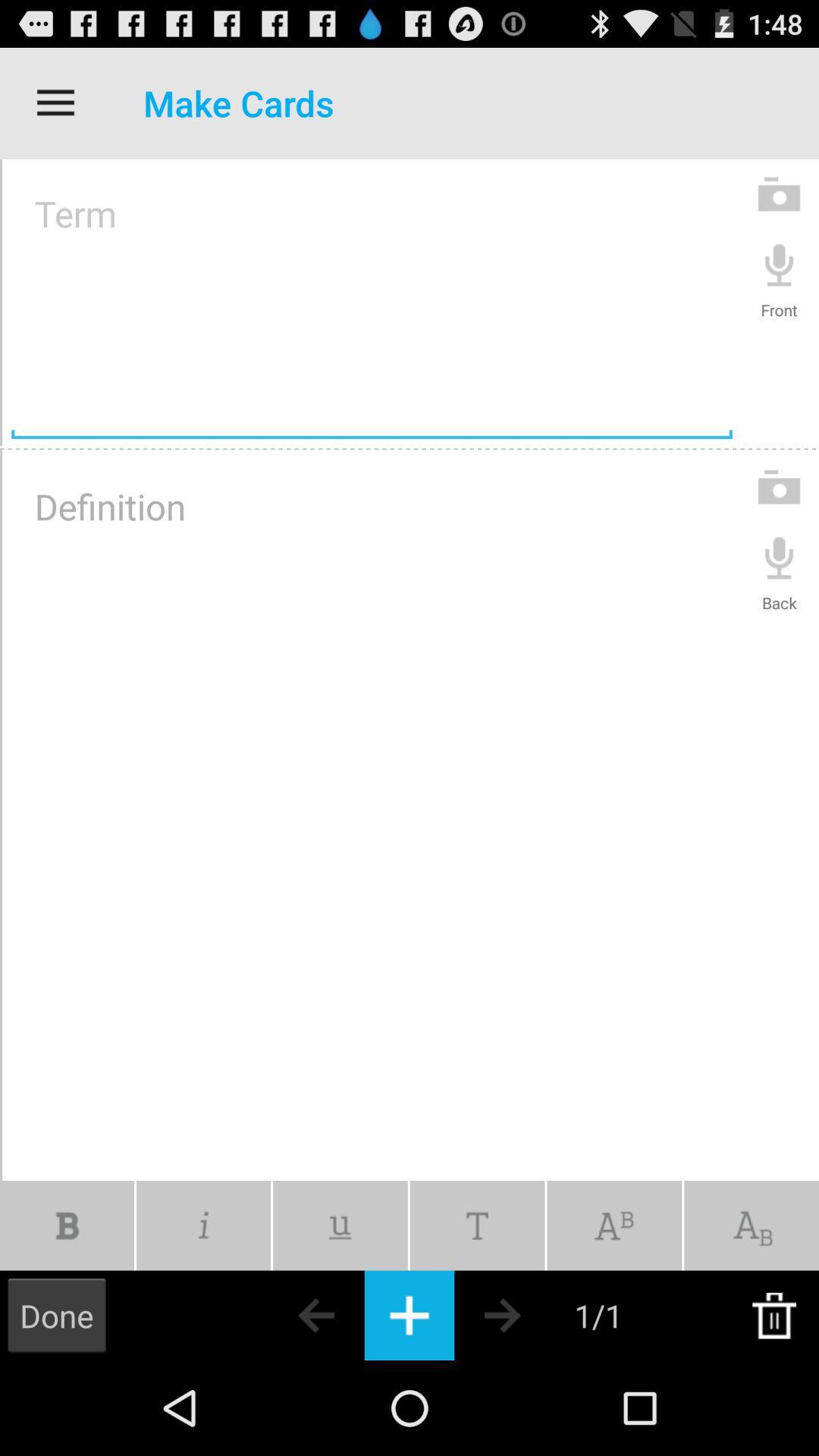 The height and width of the screenshot is (1456, 819). What do you see at coordinates (779, 595) in the screenshot?
I see `the microphone icon` at bounding box center [779, 595].